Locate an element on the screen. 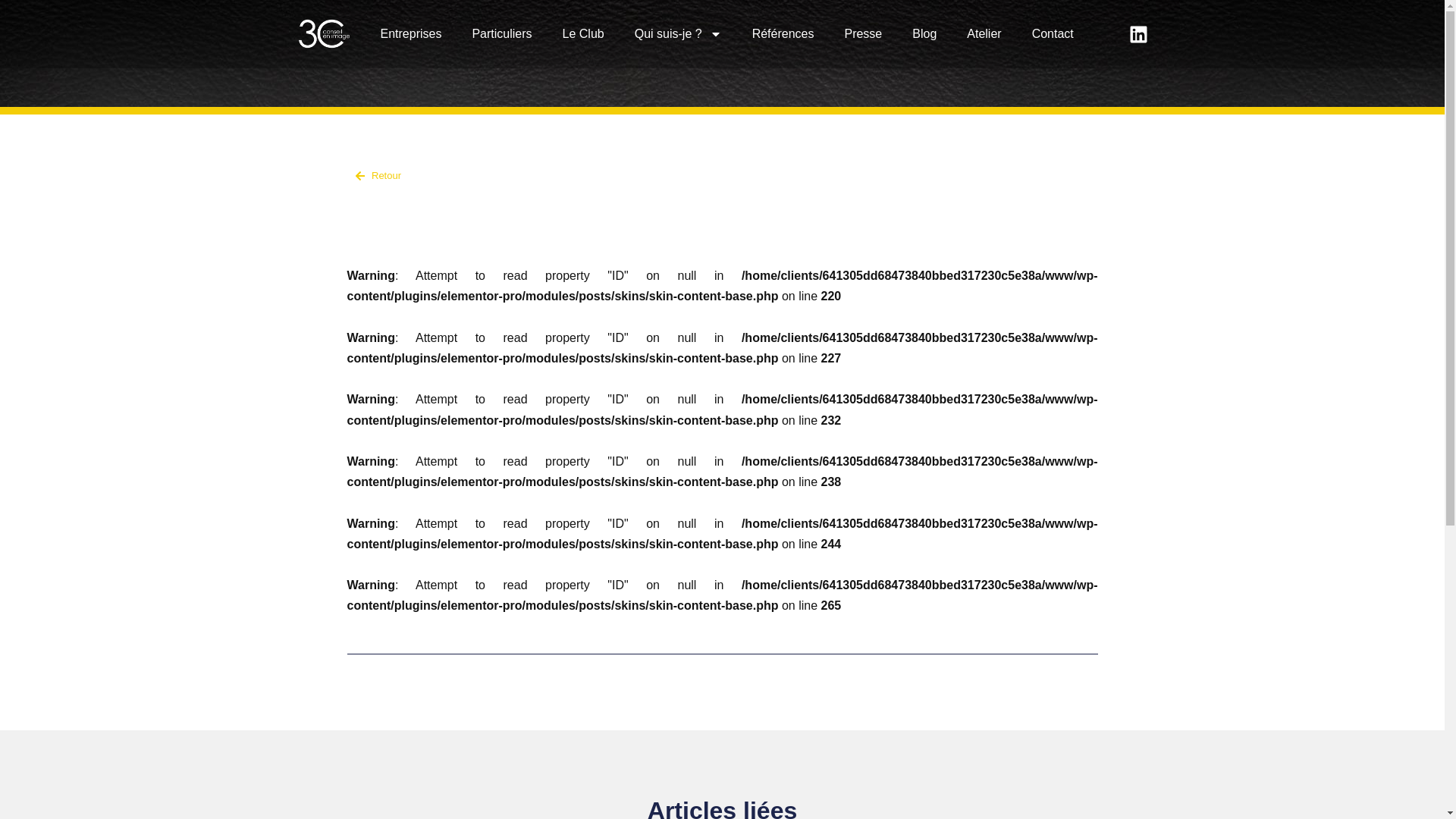  'Entreprises' is located at coordinates (365, 34).